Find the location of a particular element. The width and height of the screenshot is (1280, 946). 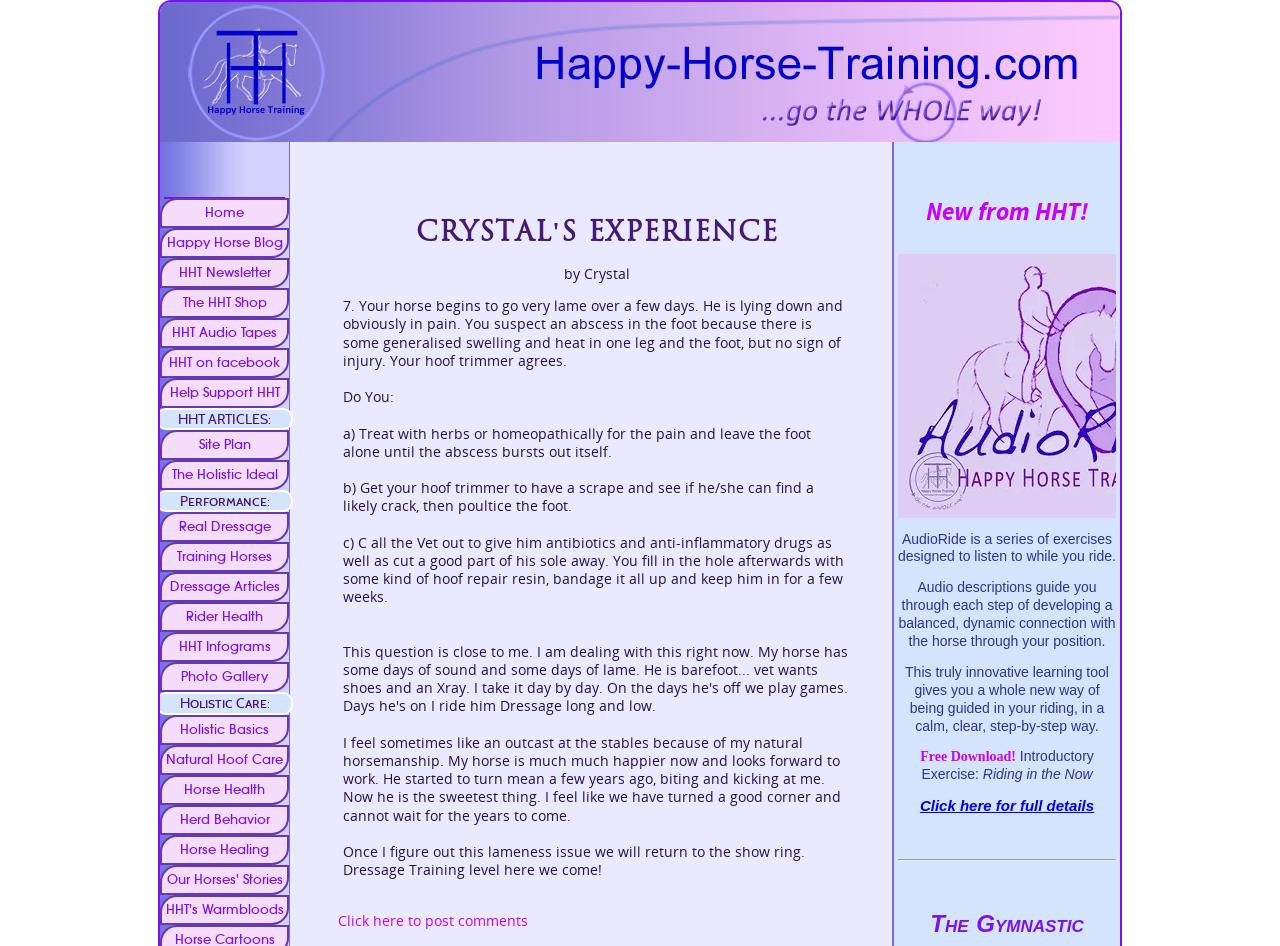

'Photo Gallery' is located at coordinates (224, 676).